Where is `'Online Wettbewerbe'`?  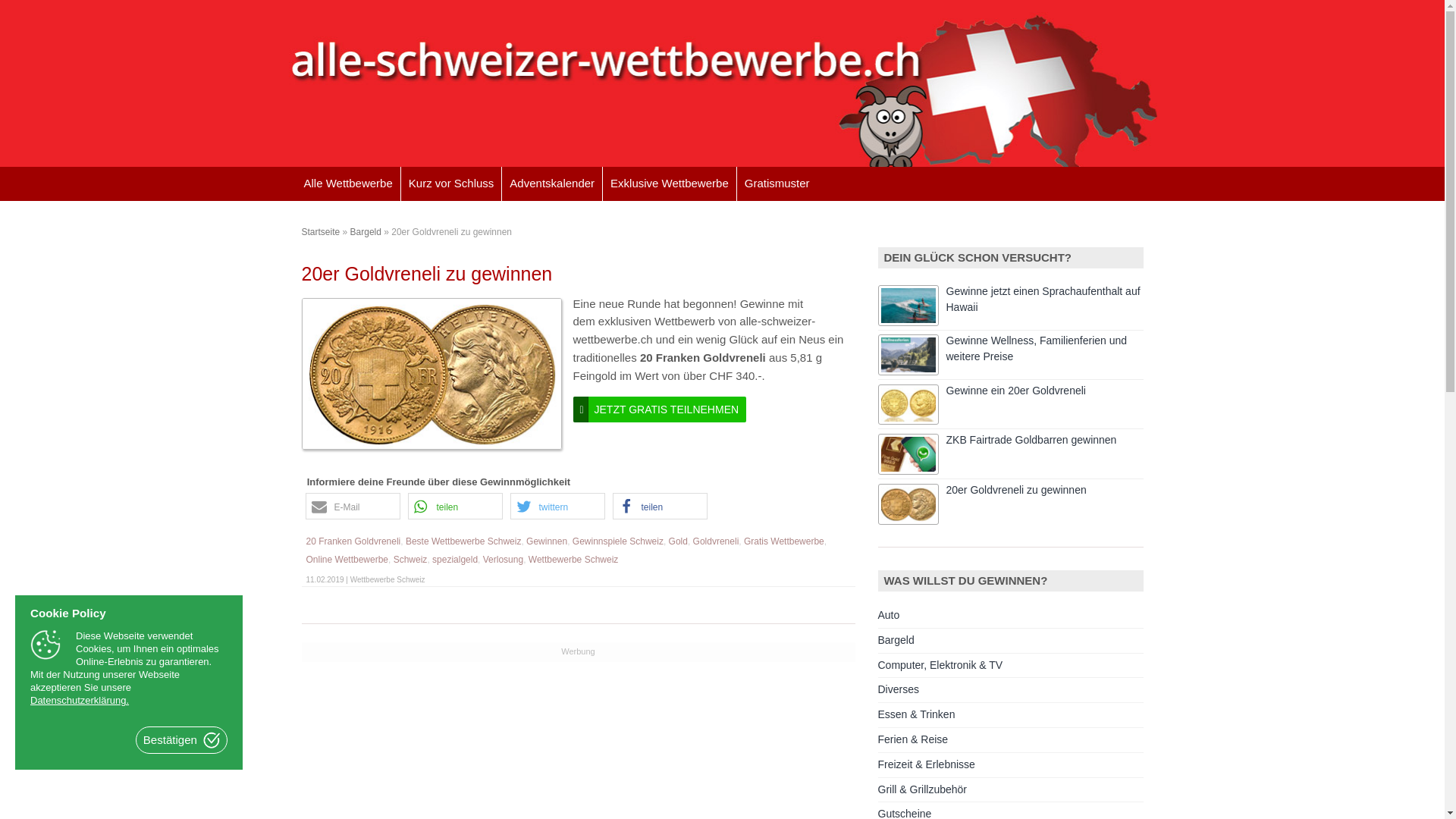
'Online Wettbewerbe' is located at coordinates (347, 559).